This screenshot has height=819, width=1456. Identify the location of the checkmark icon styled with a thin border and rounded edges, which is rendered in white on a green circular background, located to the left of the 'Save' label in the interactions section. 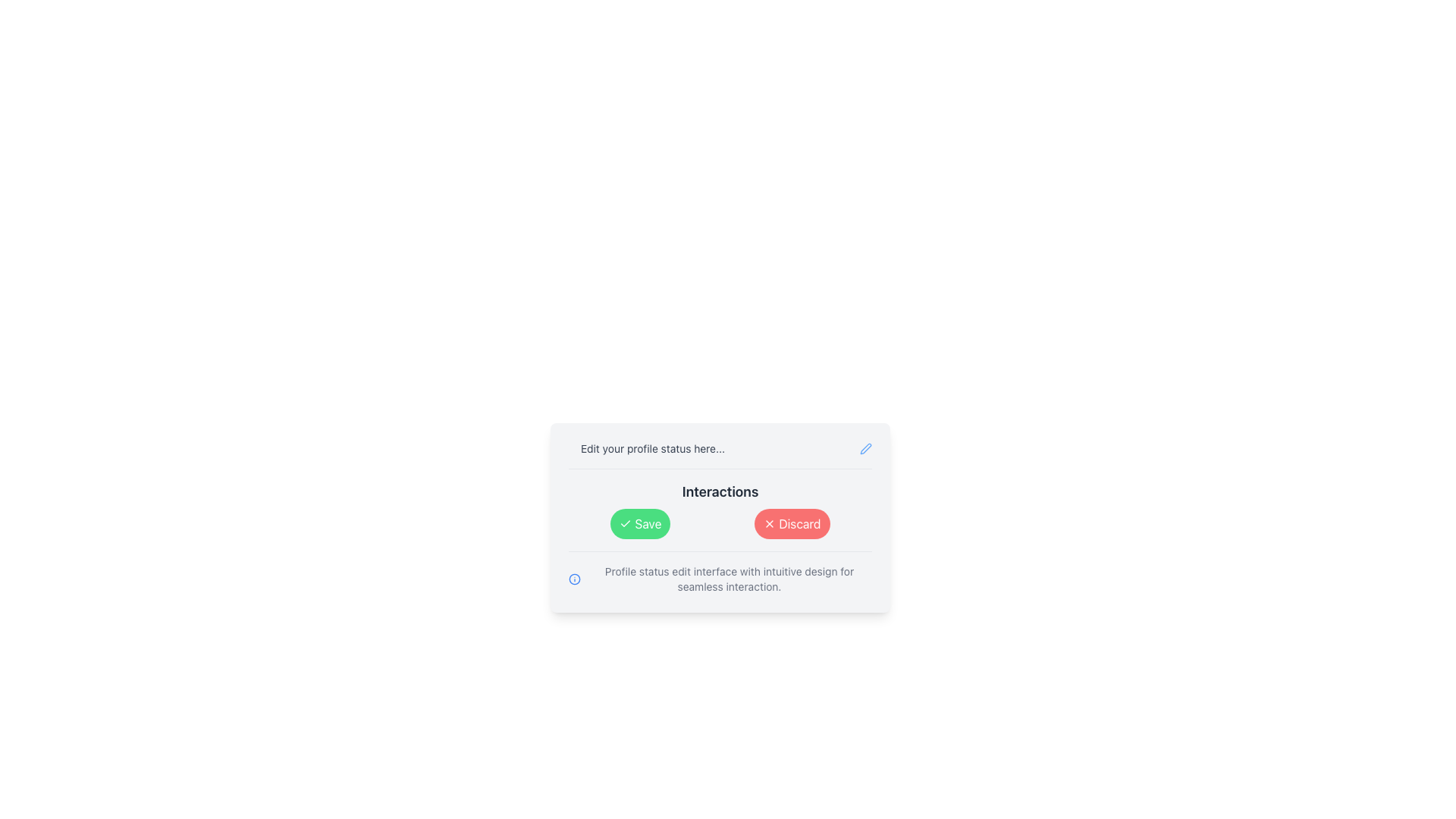
(626, 522).